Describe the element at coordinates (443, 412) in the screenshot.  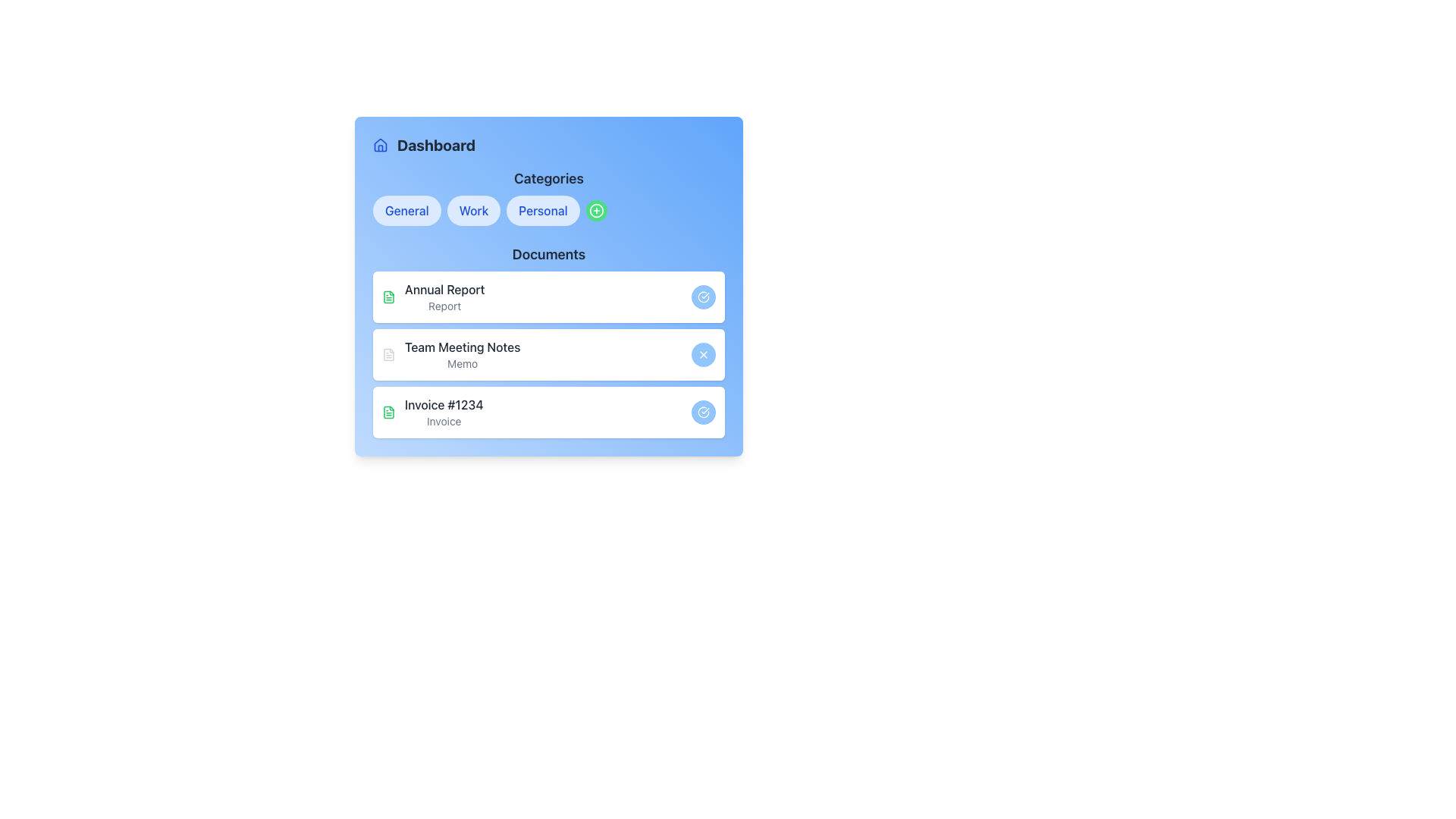
I see `text label indicating the title 'Invoice #1234' and category 'Invoice' in the third document entry of the 'Documents' section` at that location.